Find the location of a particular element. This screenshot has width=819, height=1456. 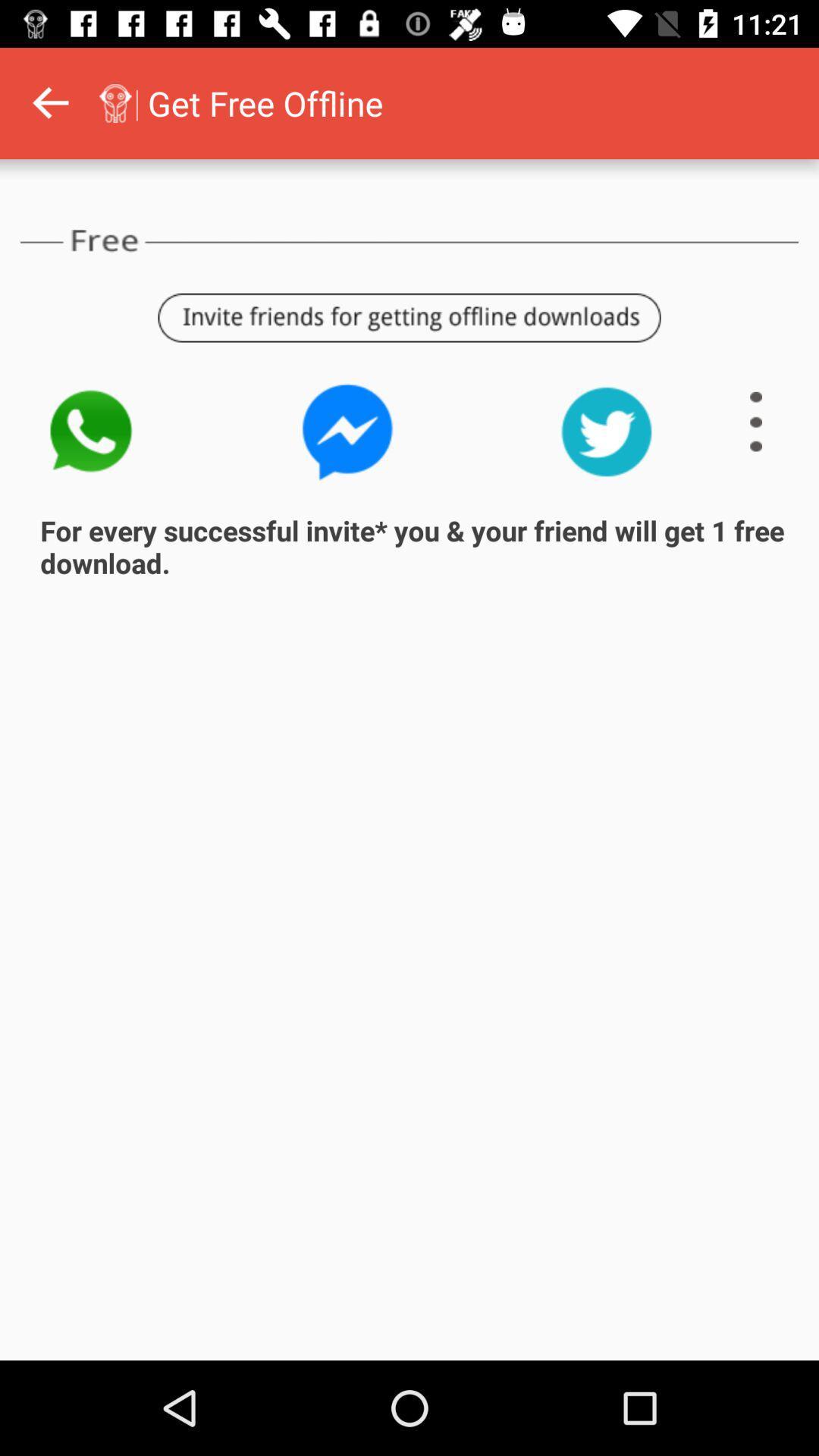

call using whatsapp is located at coordinates (89, 431).